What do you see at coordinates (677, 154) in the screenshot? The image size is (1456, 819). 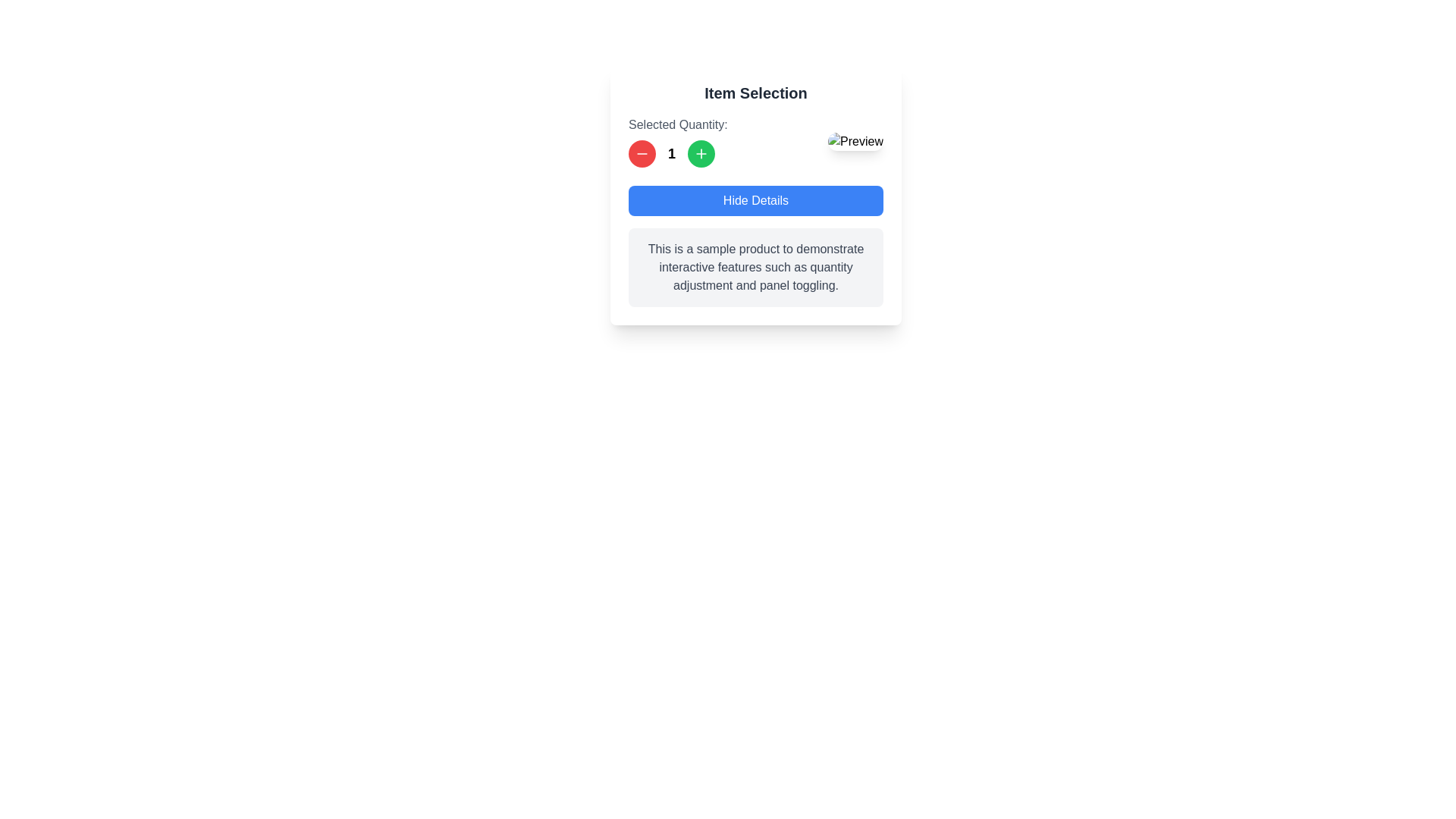 I see `value displayed in the numeral '1' text element, which is centrally positioned between a red minus button and a green plus button, under the label 'Selected Quantity'` at bounding box center [677, 154].